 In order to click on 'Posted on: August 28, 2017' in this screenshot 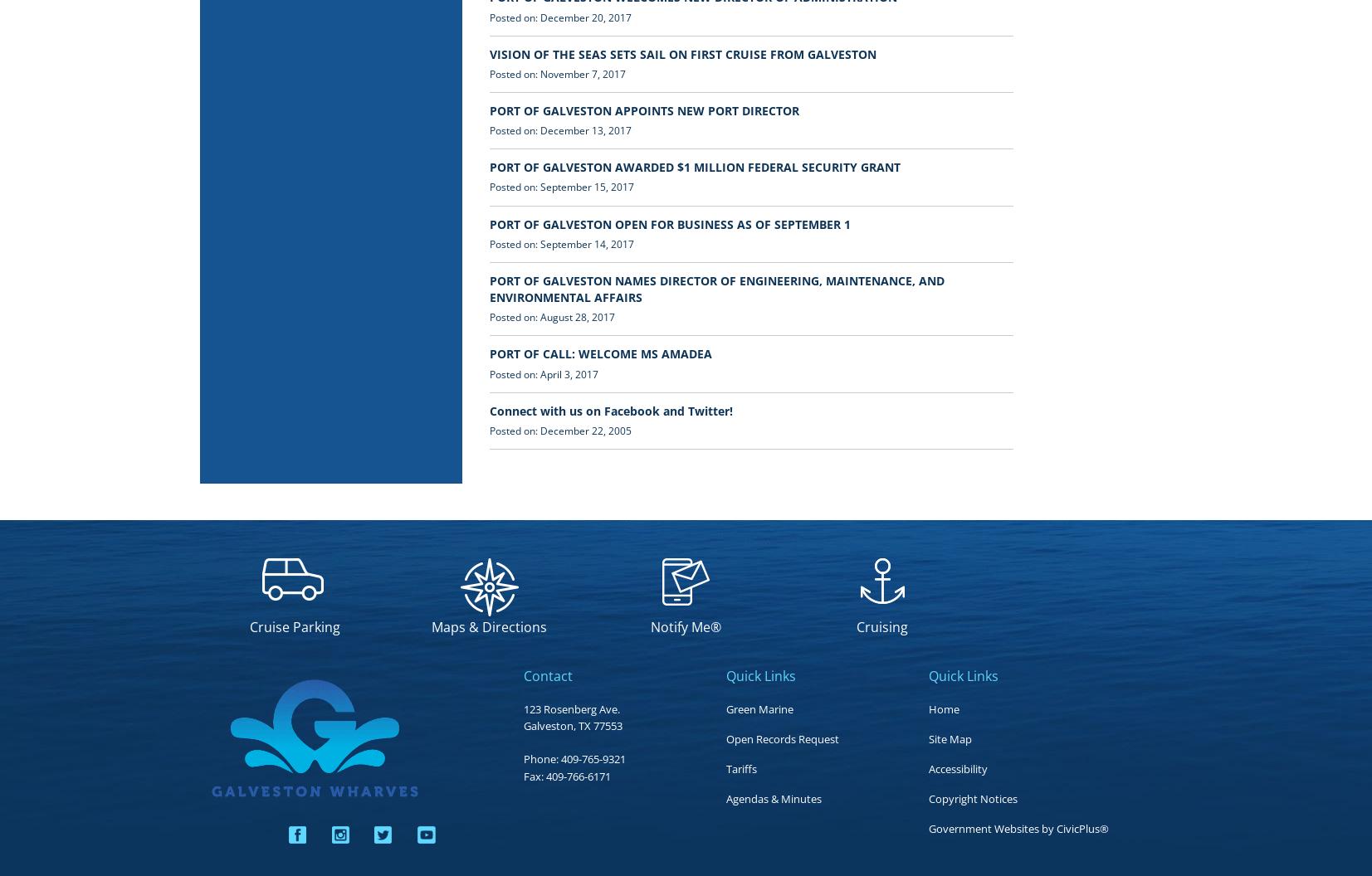, I will do `click(551, 316)`.